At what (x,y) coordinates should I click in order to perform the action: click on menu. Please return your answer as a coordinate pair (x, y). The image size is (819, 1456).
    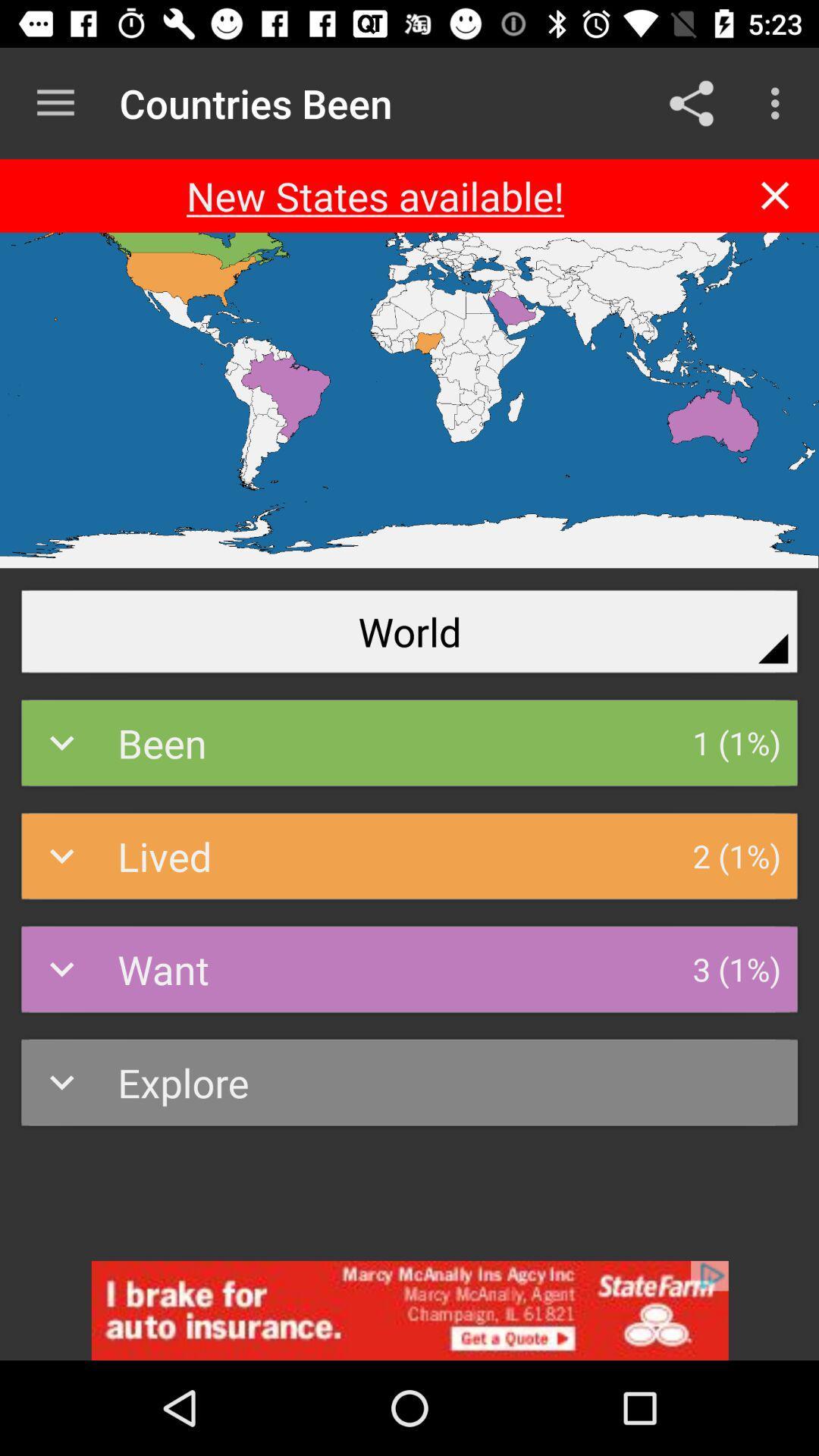
    Looking at the image, I should click on (55, 102).